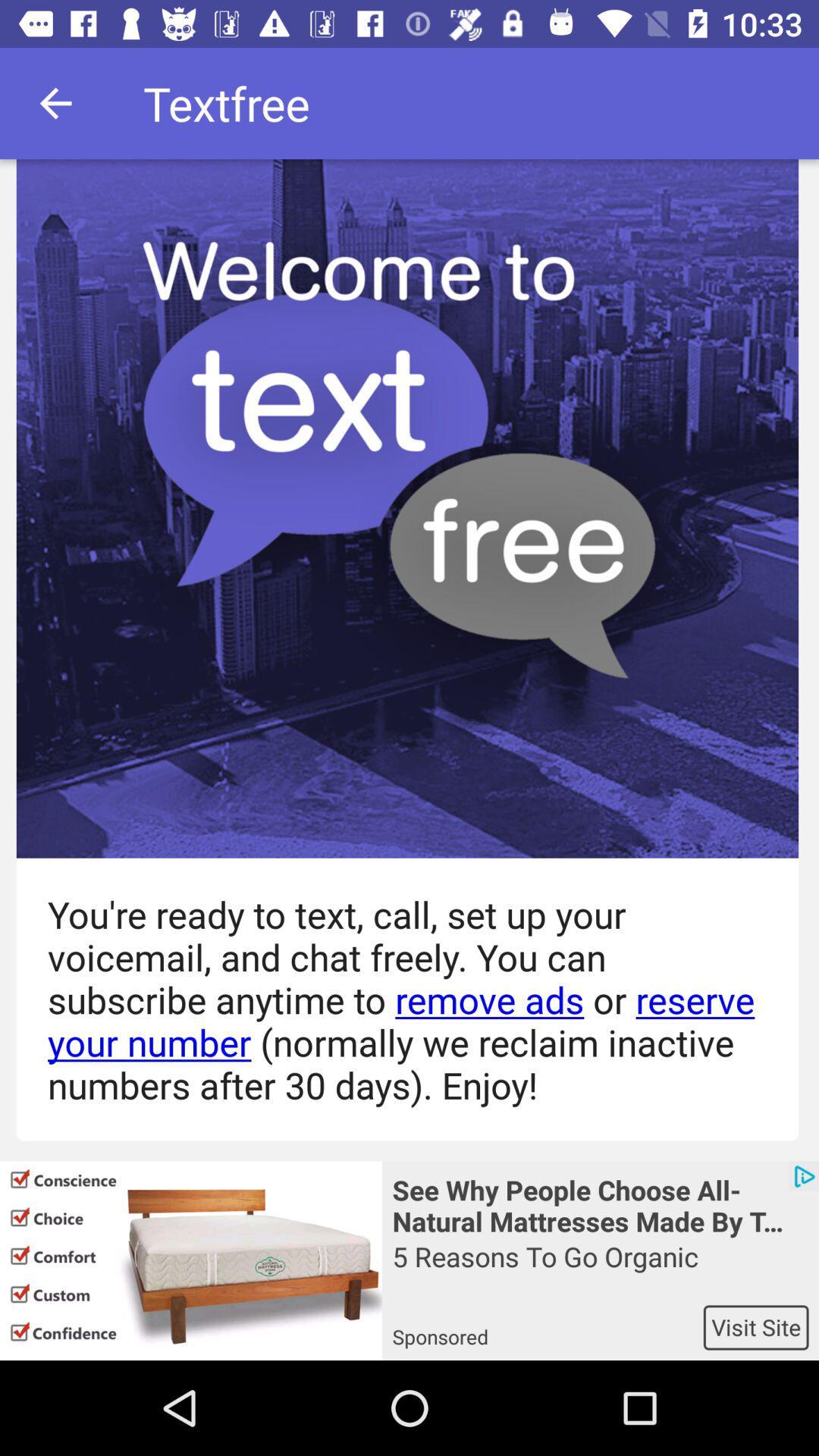  Describe the element at coordinates (599, 1271) in the screenshot. I see `app above sponsored icon` at that location.